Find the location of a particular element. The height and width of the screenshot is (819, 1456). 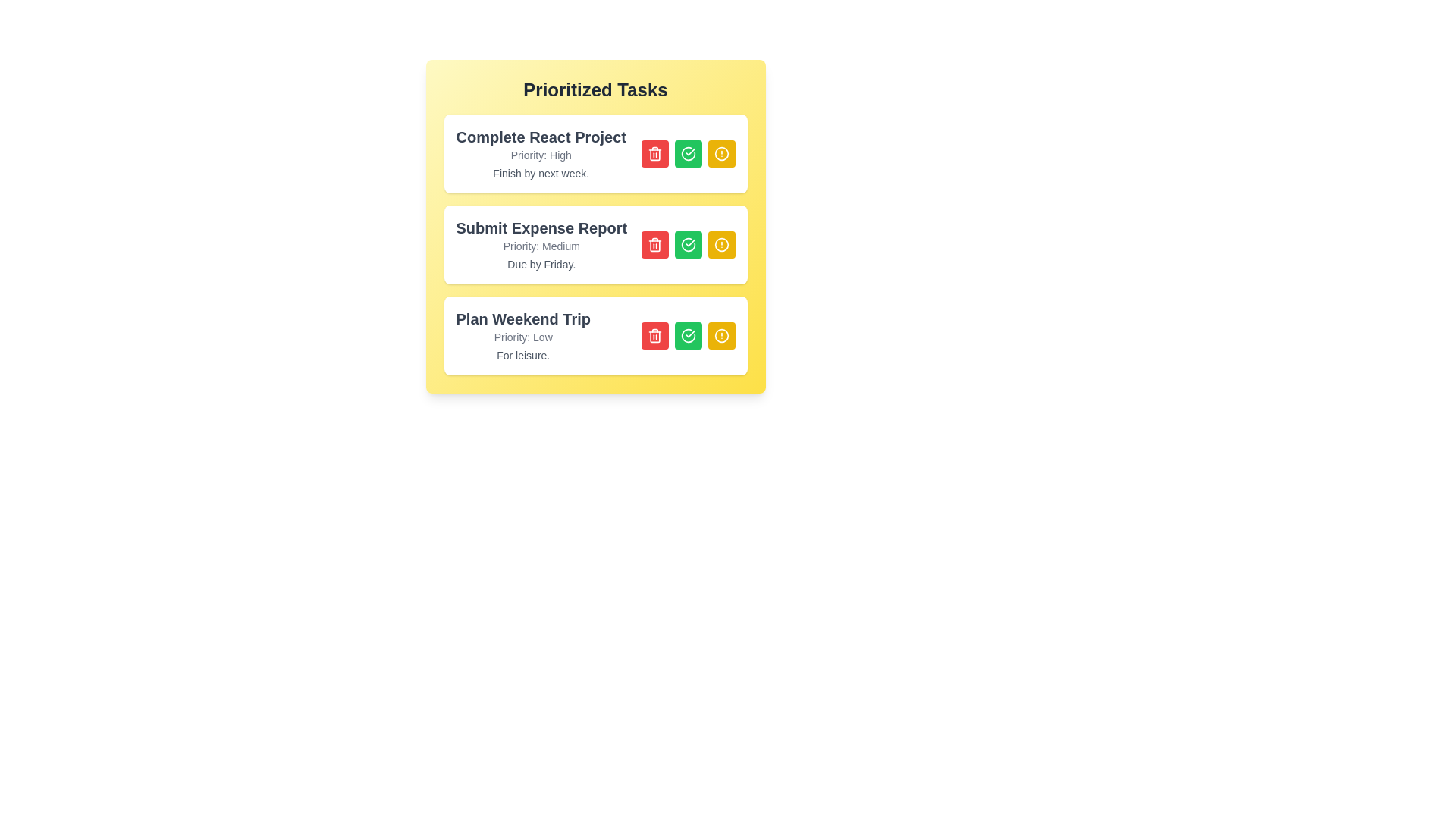

checkmark button for the task titled 'Complete React Project' is located at coordinates (687, 154).